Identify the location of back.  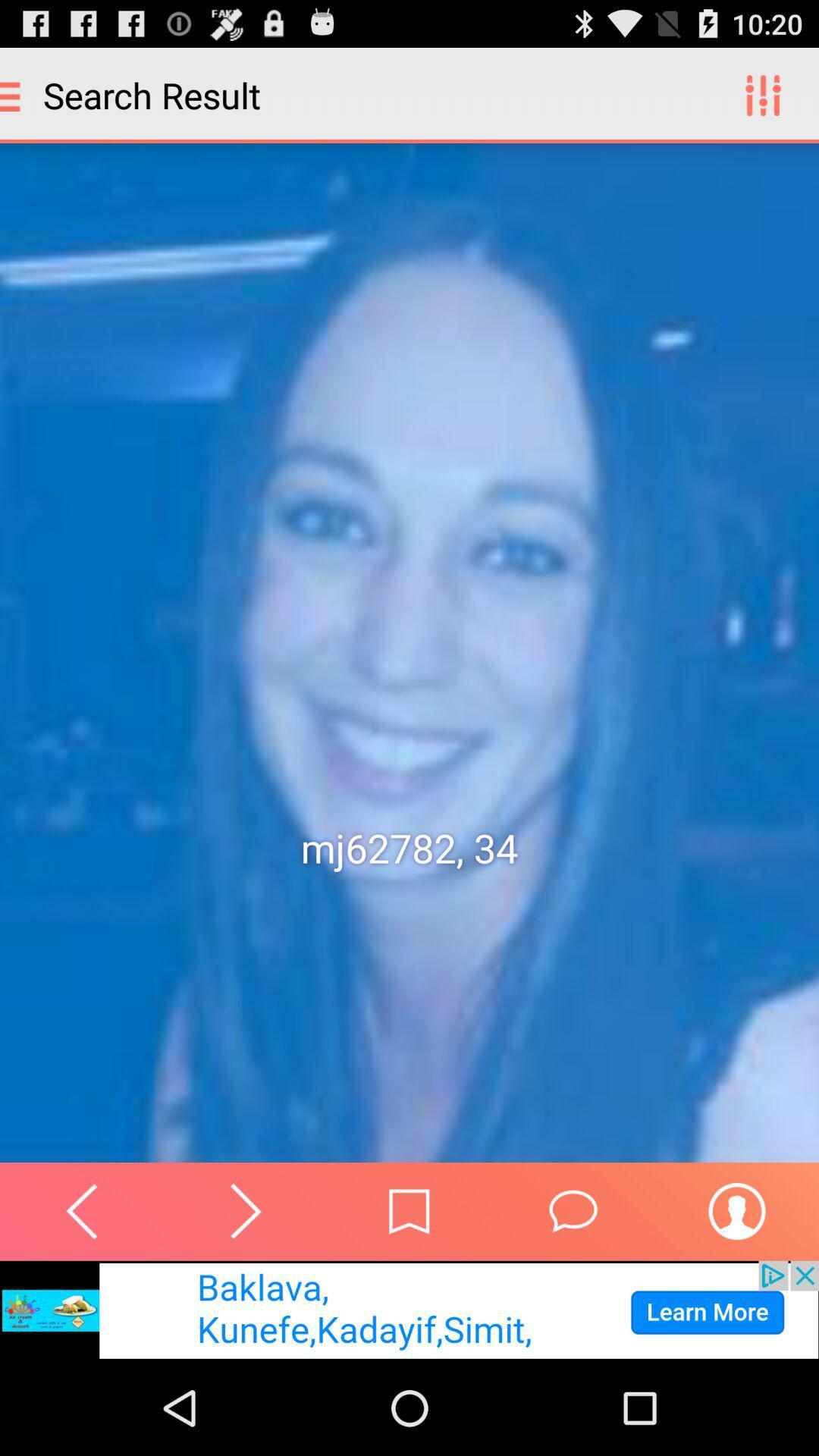
(82, 1210).